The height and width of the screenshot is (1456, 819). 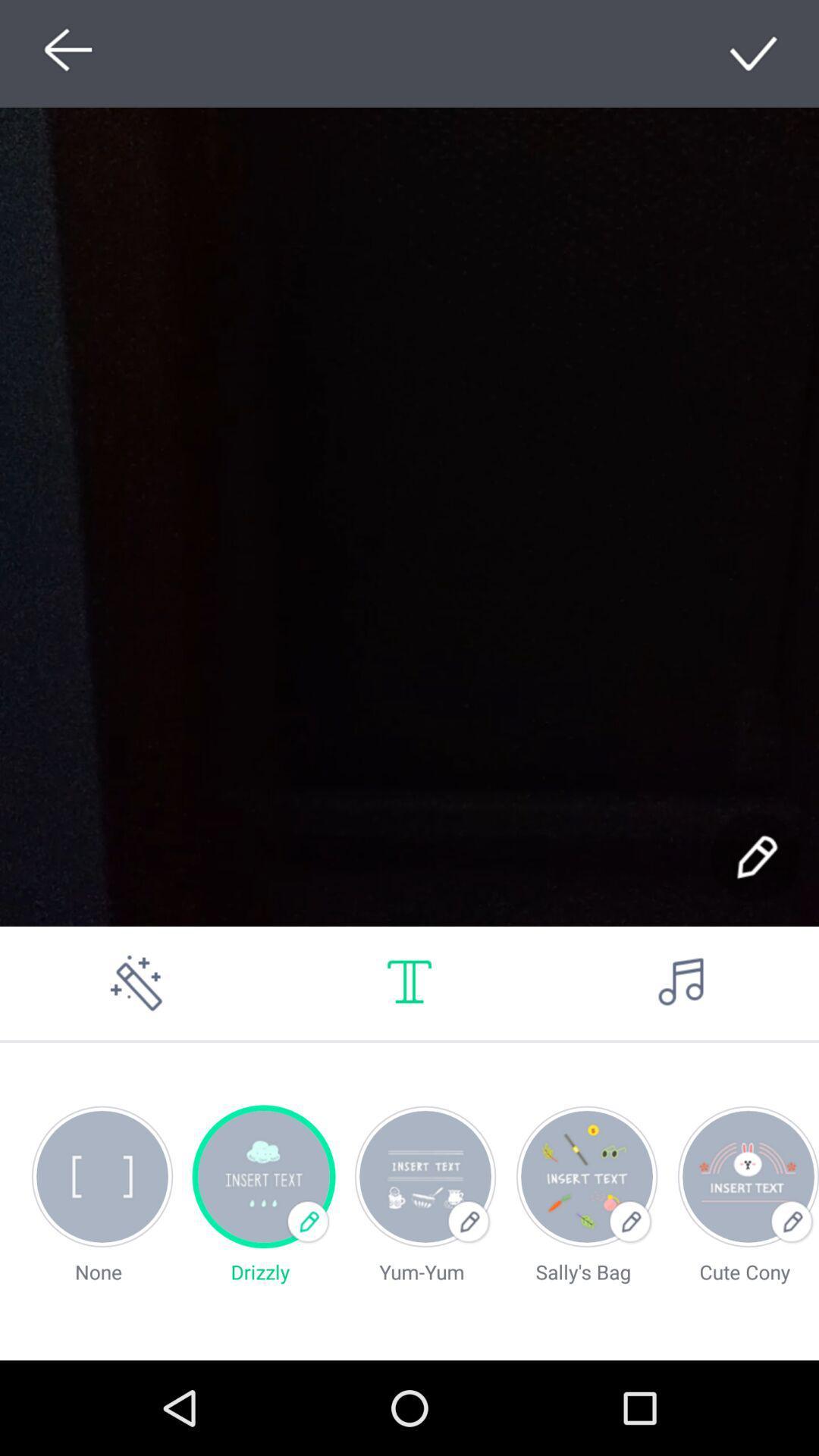 What do you see at coordinates (681, 983) in the screenshot?
I see `music` at bounding box center [681, 983].